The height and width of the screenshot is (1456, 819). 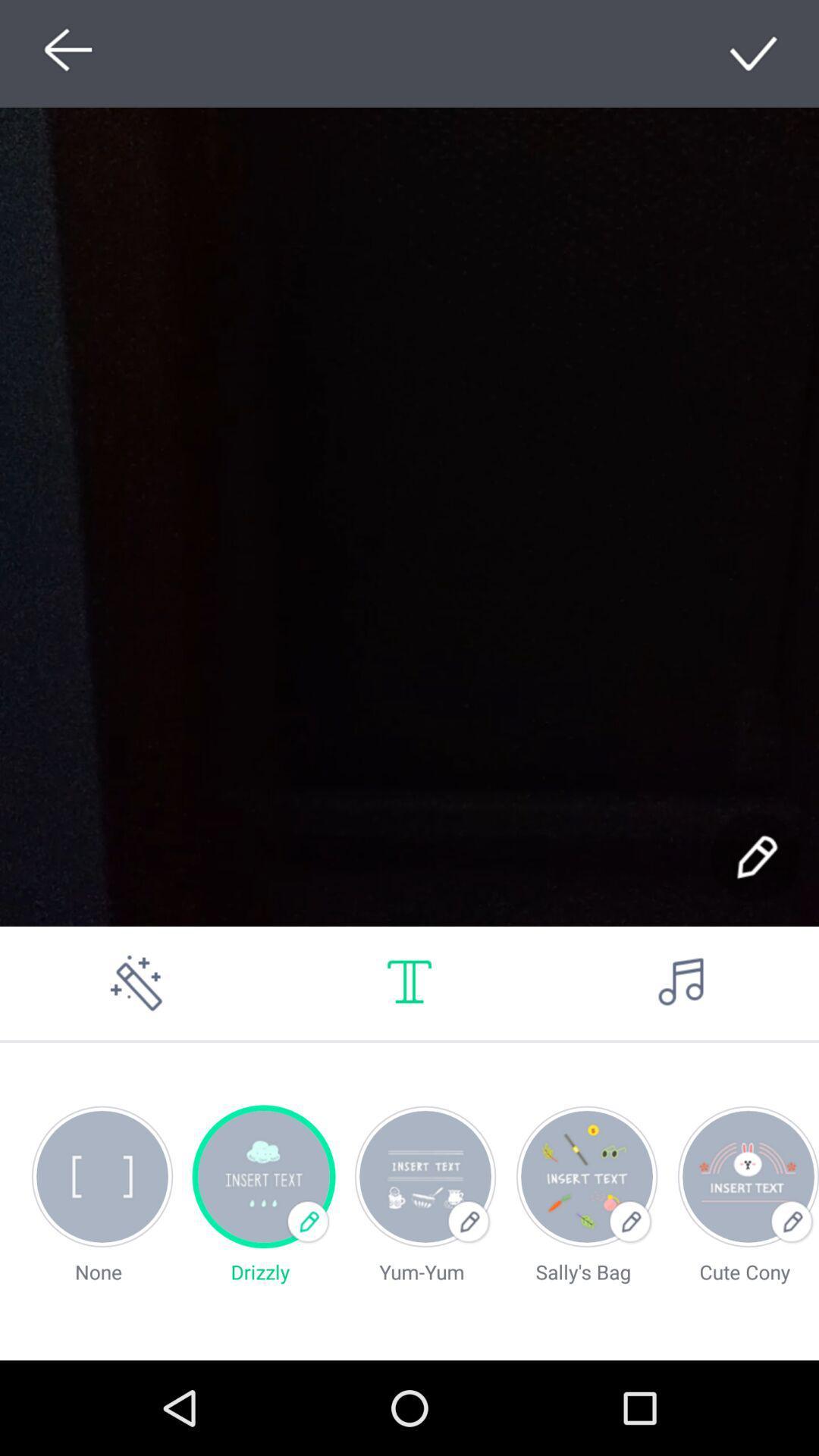 What do you see at coordinates (681, 983) in the screenshot?
I see `music` at bounding box center [681, 983].